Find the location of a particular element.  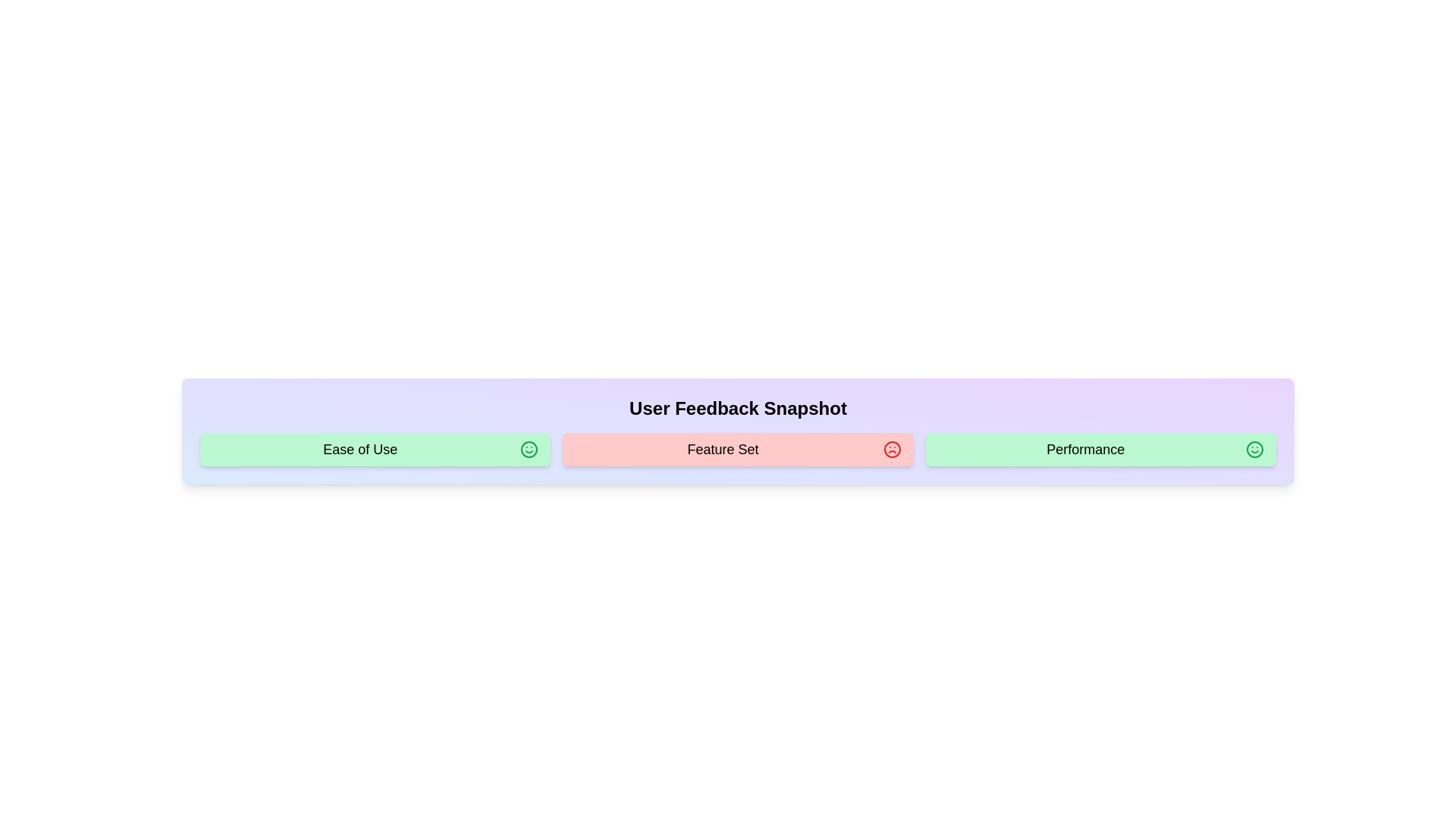

the text of the feedback item labeled Feature Set is located at coordinates (738, 449).